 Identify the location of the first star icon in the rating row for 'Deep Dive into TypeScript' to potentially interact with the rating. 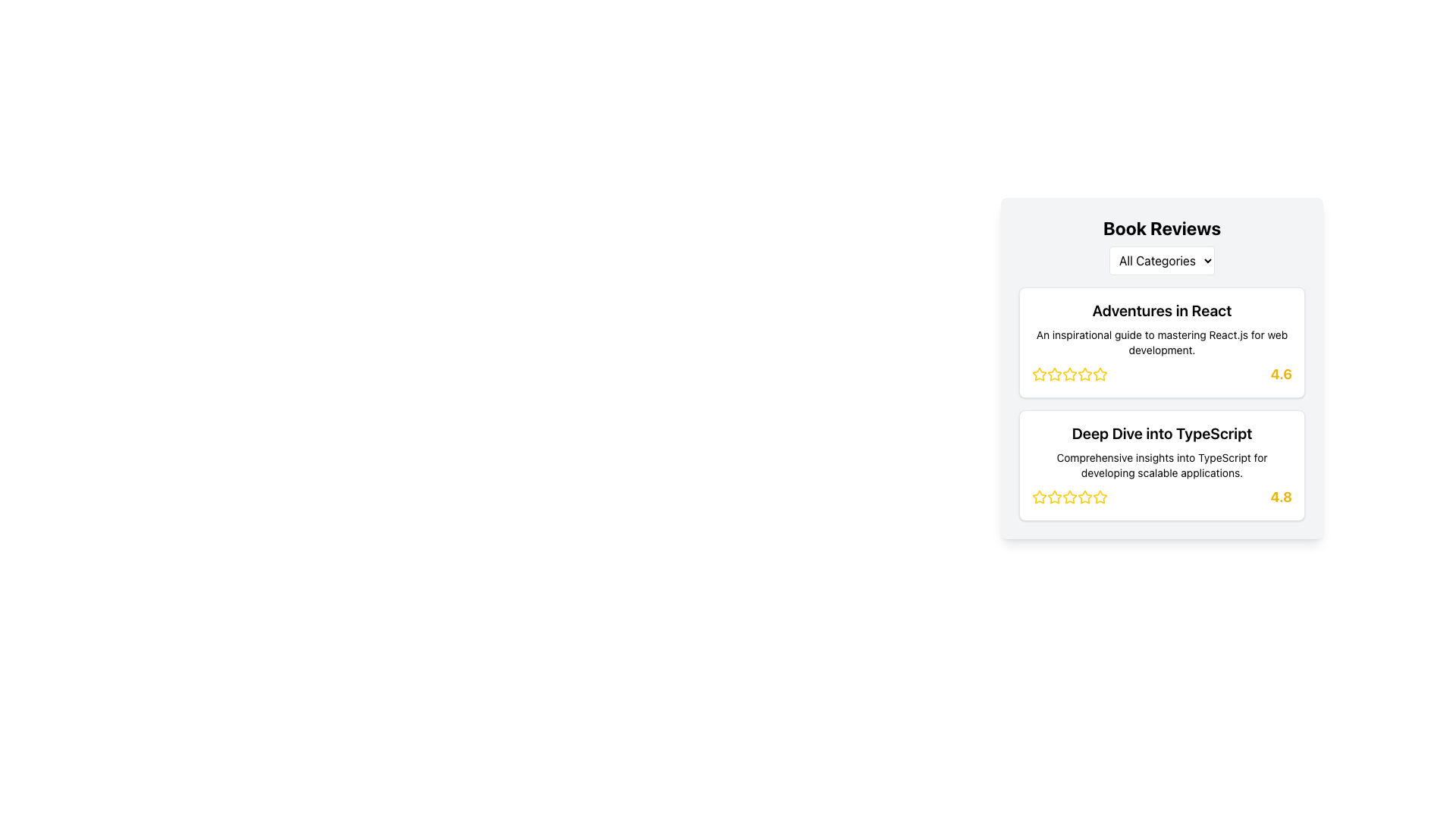
(1039, 497).